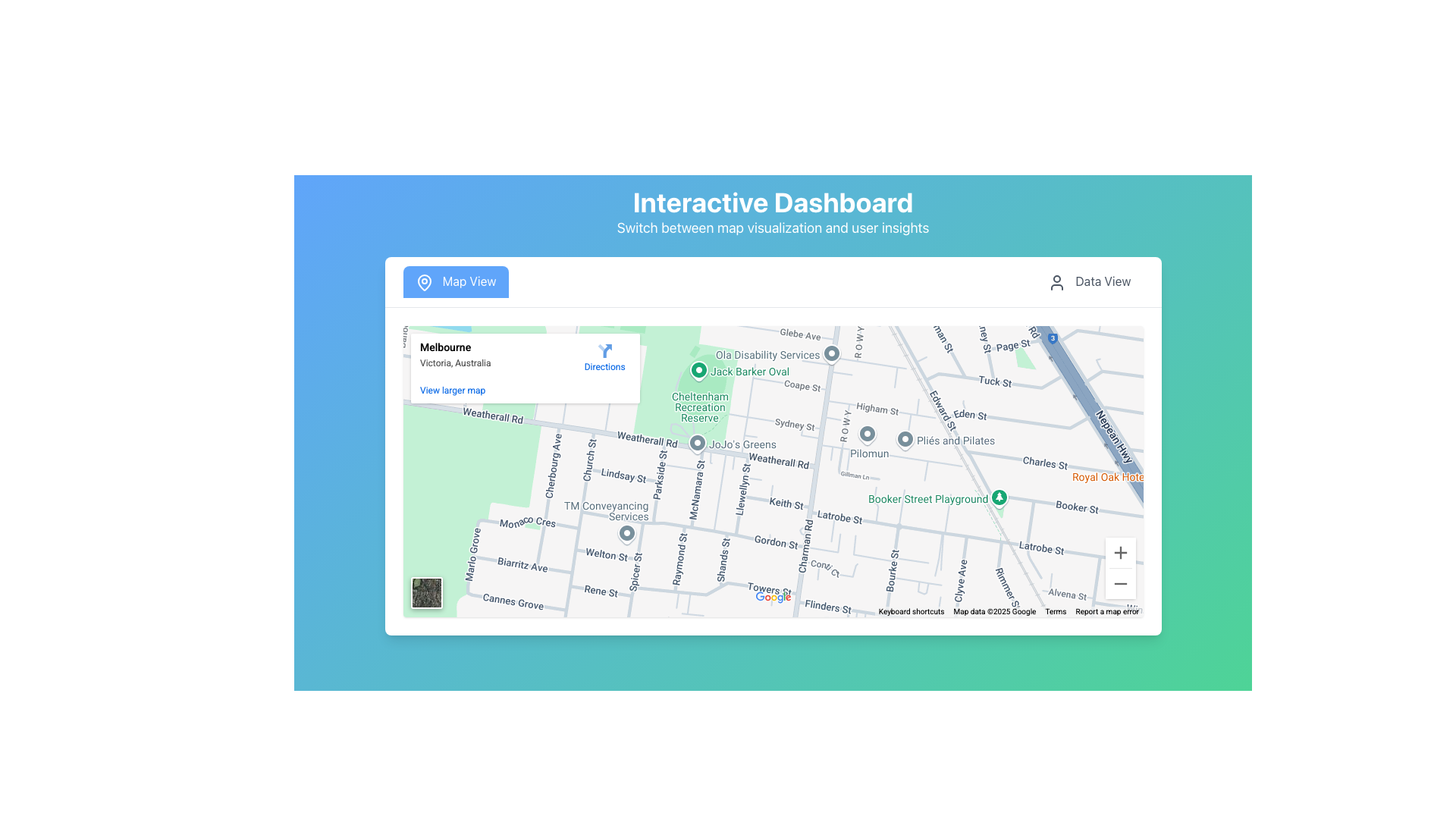 The height and width of the screenshot is (819, 1456). I want to click on the graphical marker used as a visual indicator for location selection on the map interface, located slightly below the 'Map View' tab, so click(424, 282).